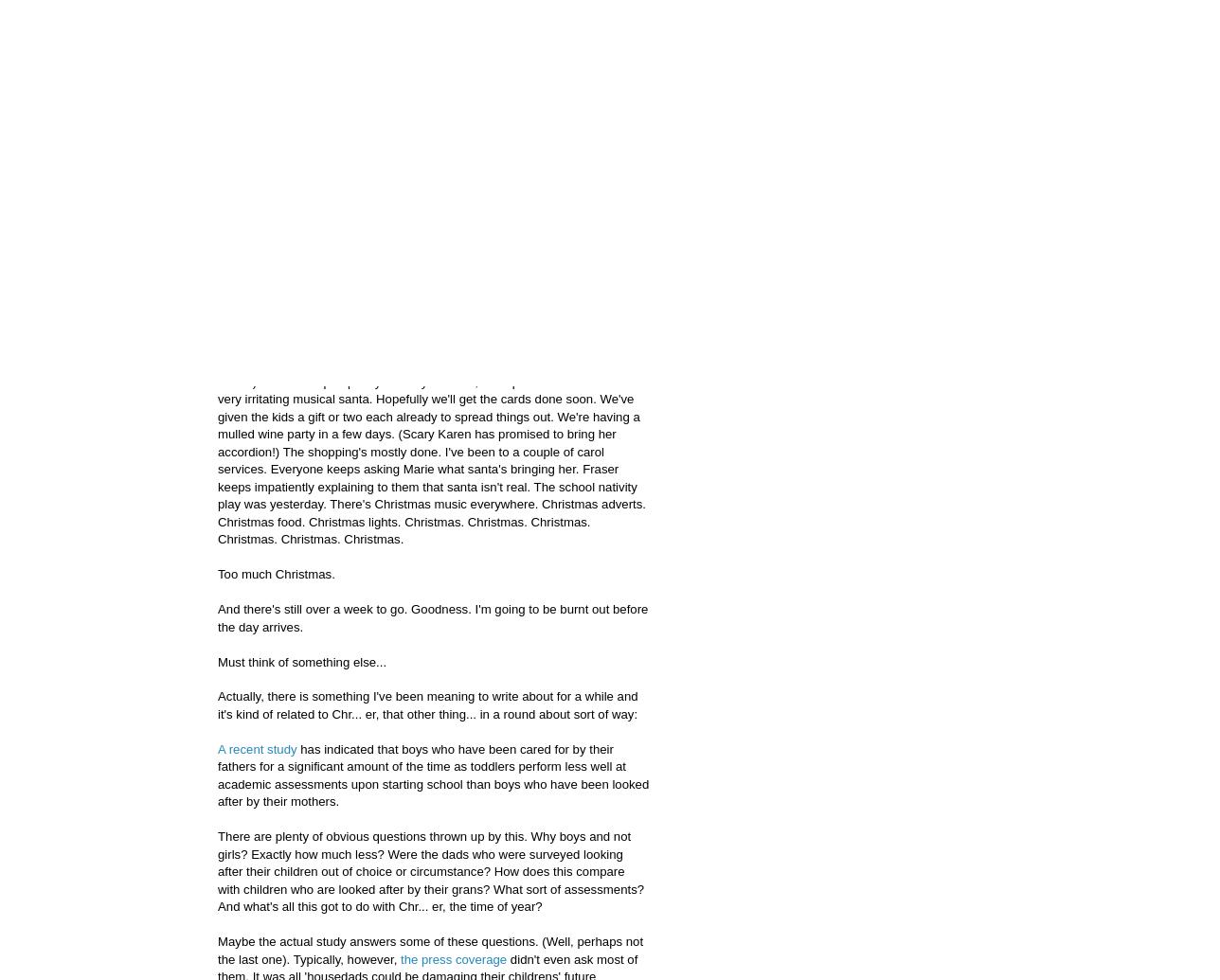  What do you see at coordinates (433, 452) in the screenshot?
I see `'We're getting there. We've converted the lounge to 'Christmas Land' (as Marie calls it) with the help of plenty of shiny baubles, an explosion of tinsel and a very irritating musical santa. Hopefully we'll get the cards done soon. We've given the kids a gift or two each already to spread things out. We're having a mulled wine party in a few days. (Scary Karen has promised to bring her accordion!) The shopping's mostly done. I've been to a couple of carol services. Everyone keeps asking Marie what santa's bringing her. Fraser keeps impatiently explaining to them that santa isn't real. The school nativity play was yesterday. There's Christmas music everywhere. Christmas adverts. Christmas food. Christmas lights. Christmas. Christmas. Christmas. Christmas. Christmas. Christmas.'` at bounding box center [433, 452].